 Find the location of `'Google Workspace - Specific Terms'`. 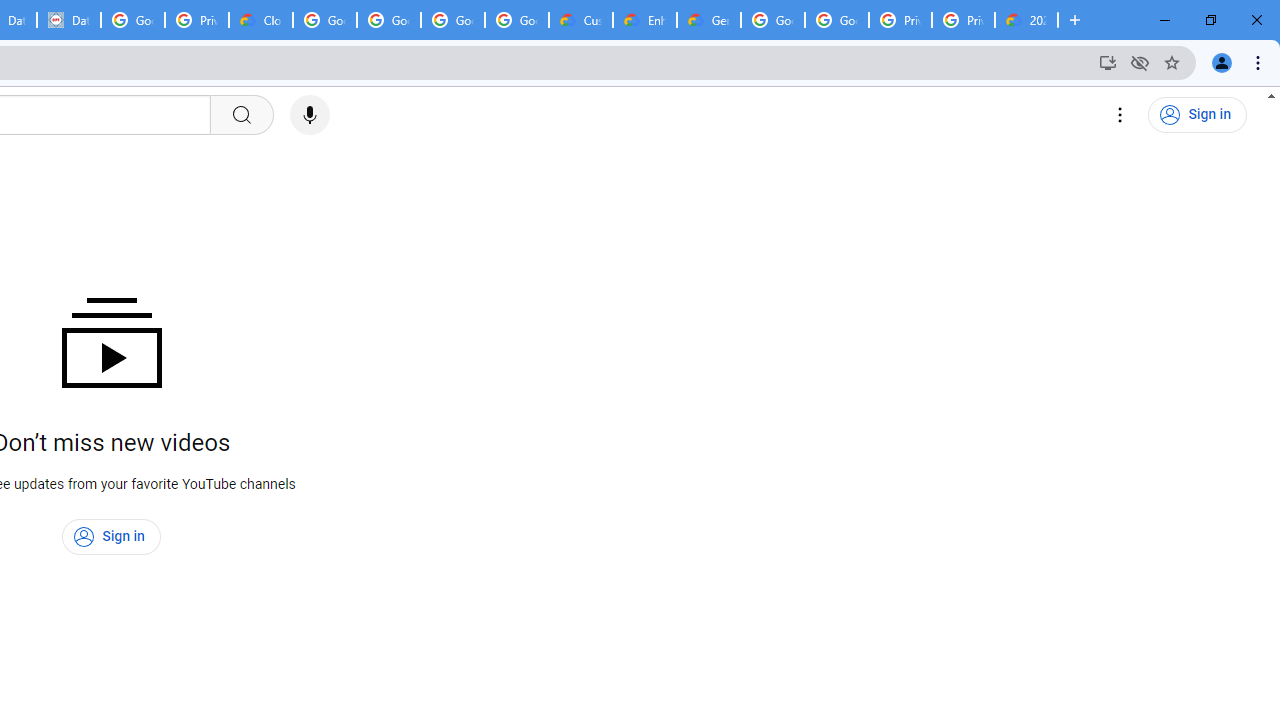

'Google Workspace - Specific Terms' is located at coordinates (452, 20).